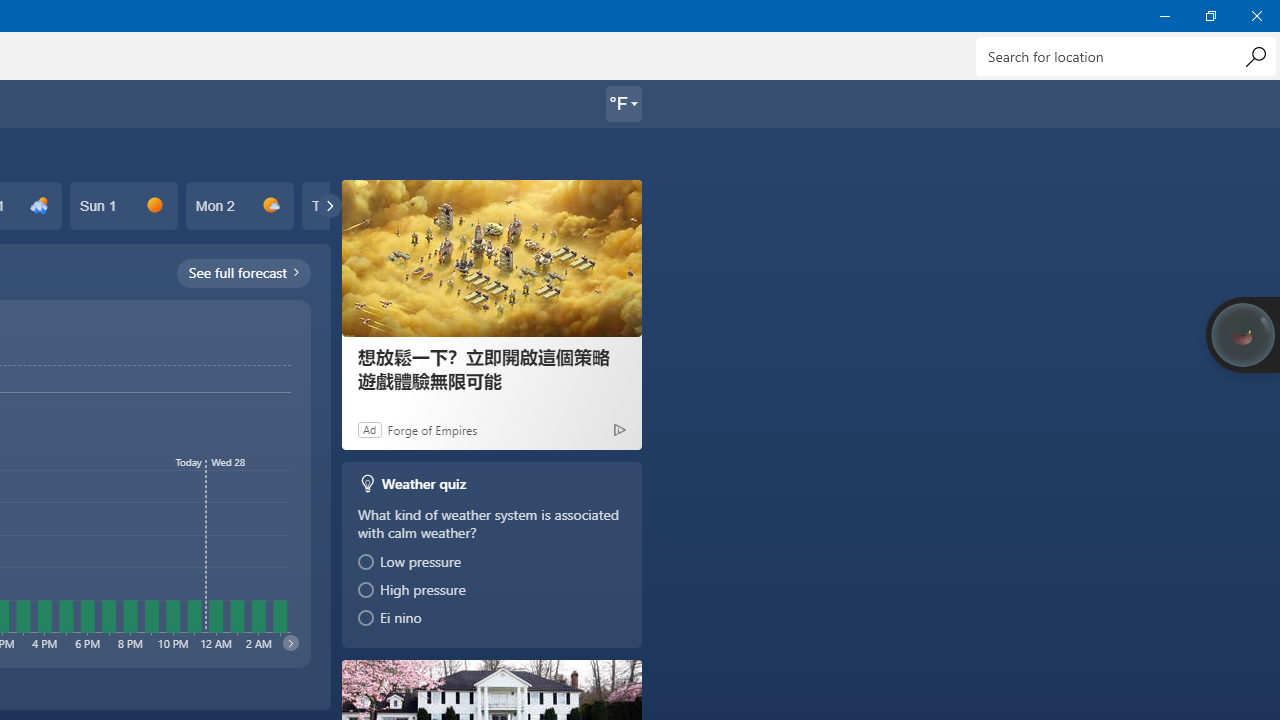  I want to click on 'Close Weather', so click(1255, 15).